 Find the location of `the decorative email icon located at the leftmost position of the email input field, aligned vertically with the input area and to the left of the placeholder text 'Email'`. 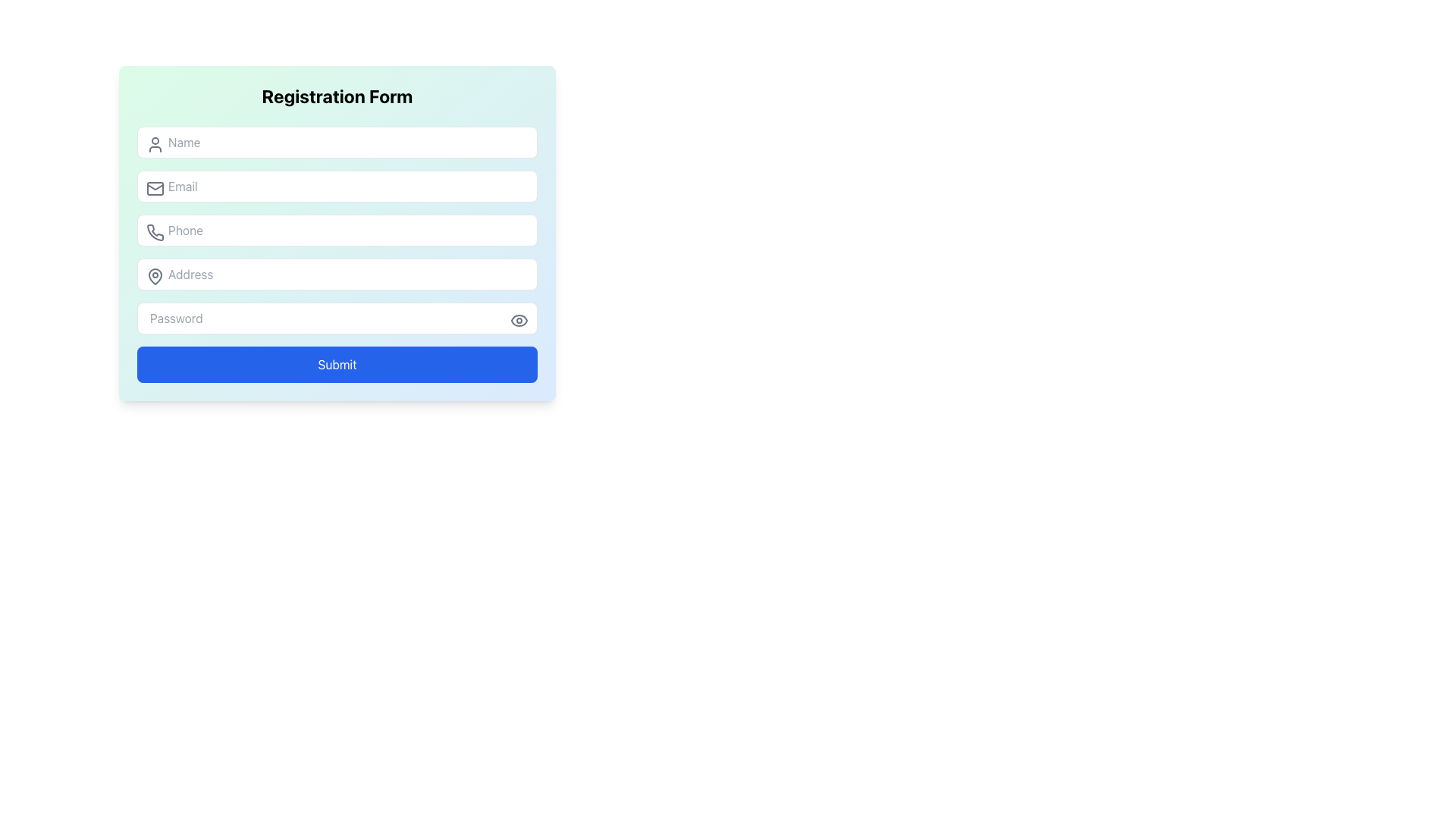

the decorative email icon located at the leftmost position of the email input field, aligned vertically with the input area and to the left of the placeholder text 'Email' is located at coordinates (155, 188).